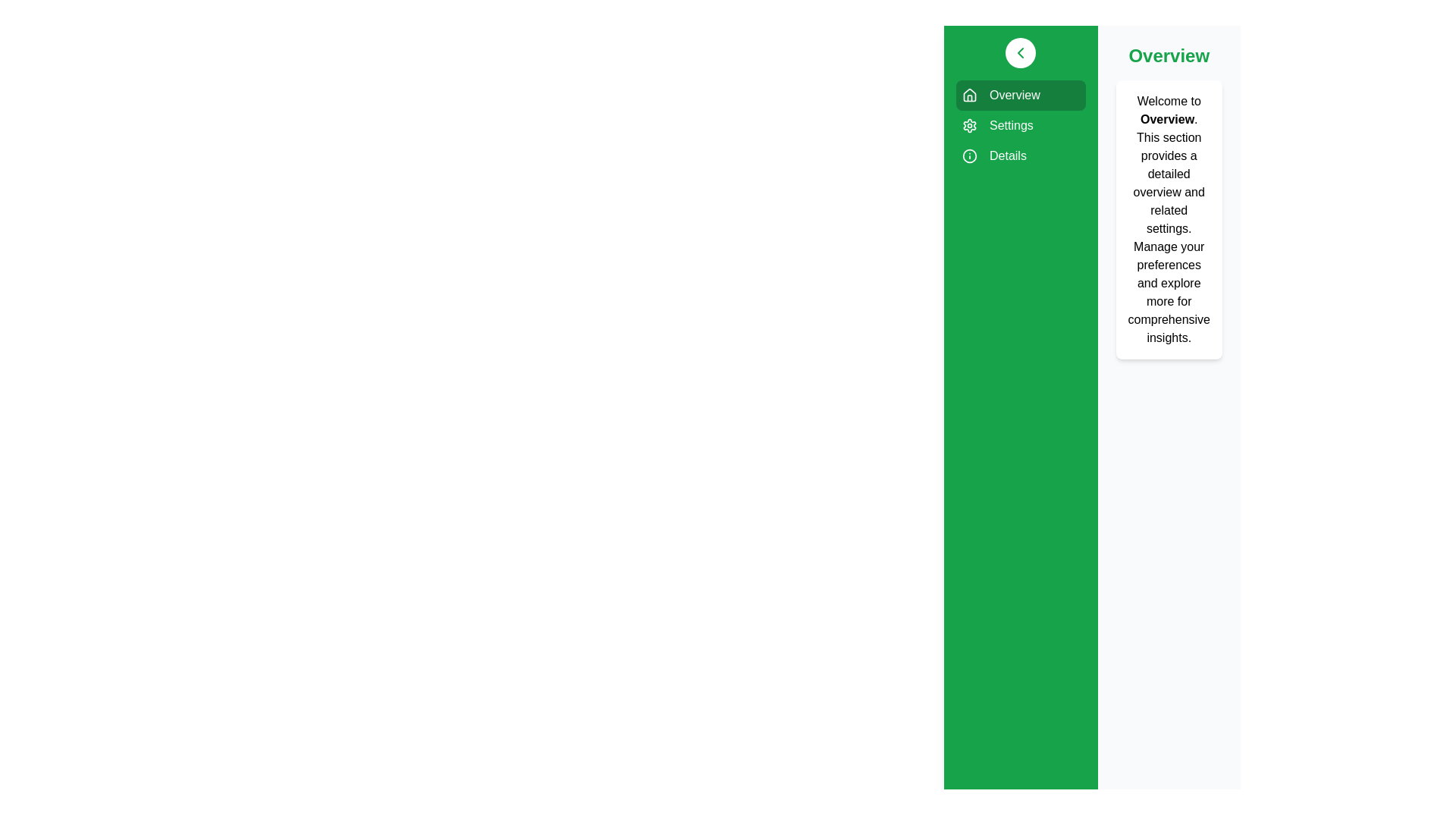  What do you see at coordinates (1021, 155) in the screenshot?
I see `the sidebar menu item corresponding to Details` at bounding box center [1021, 155].